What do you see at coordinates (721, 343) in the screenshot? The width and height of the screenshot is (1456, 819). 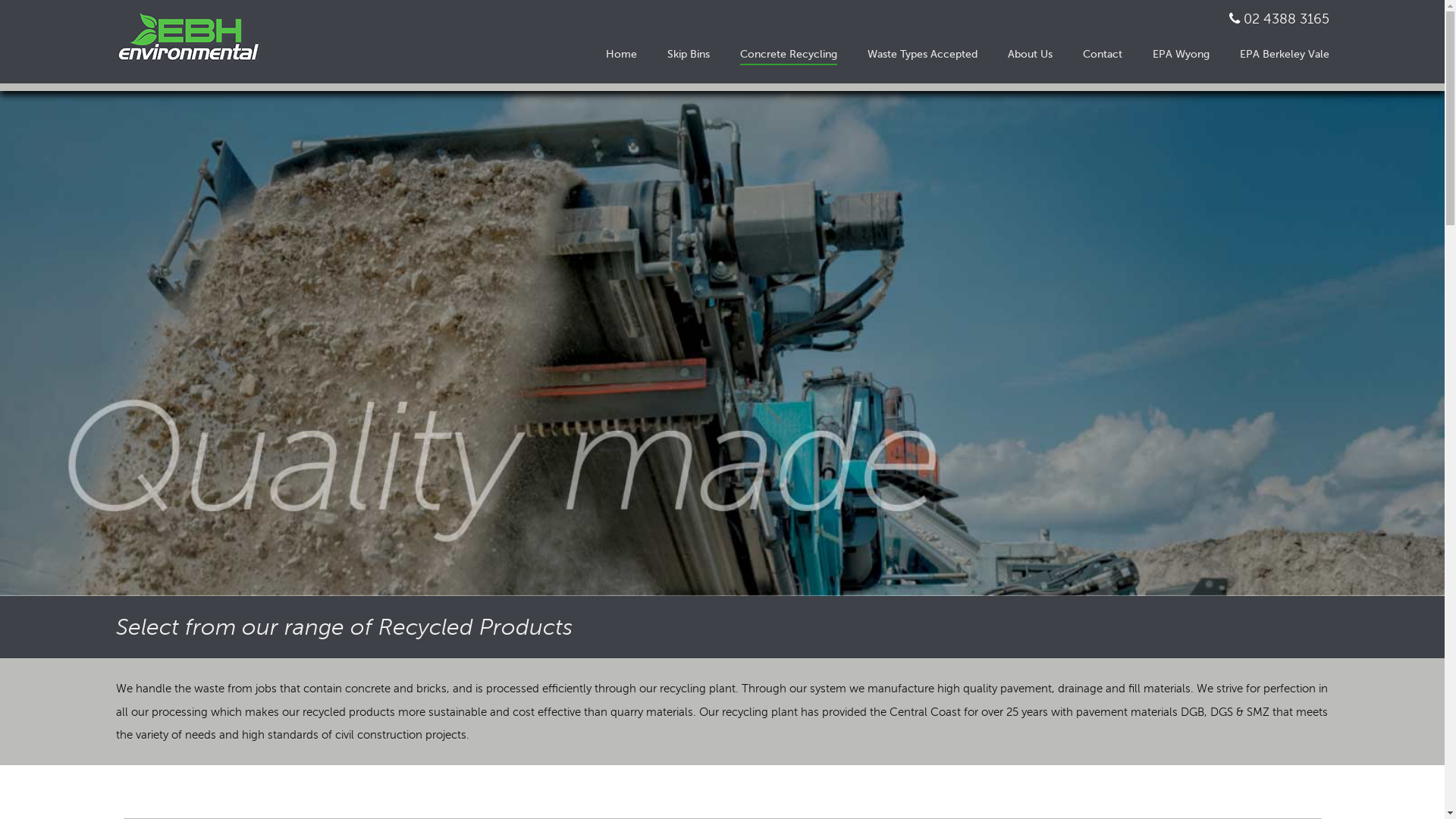 I see `'EBH Concrete Cycling machinery'` at bounding box center [721, 343].